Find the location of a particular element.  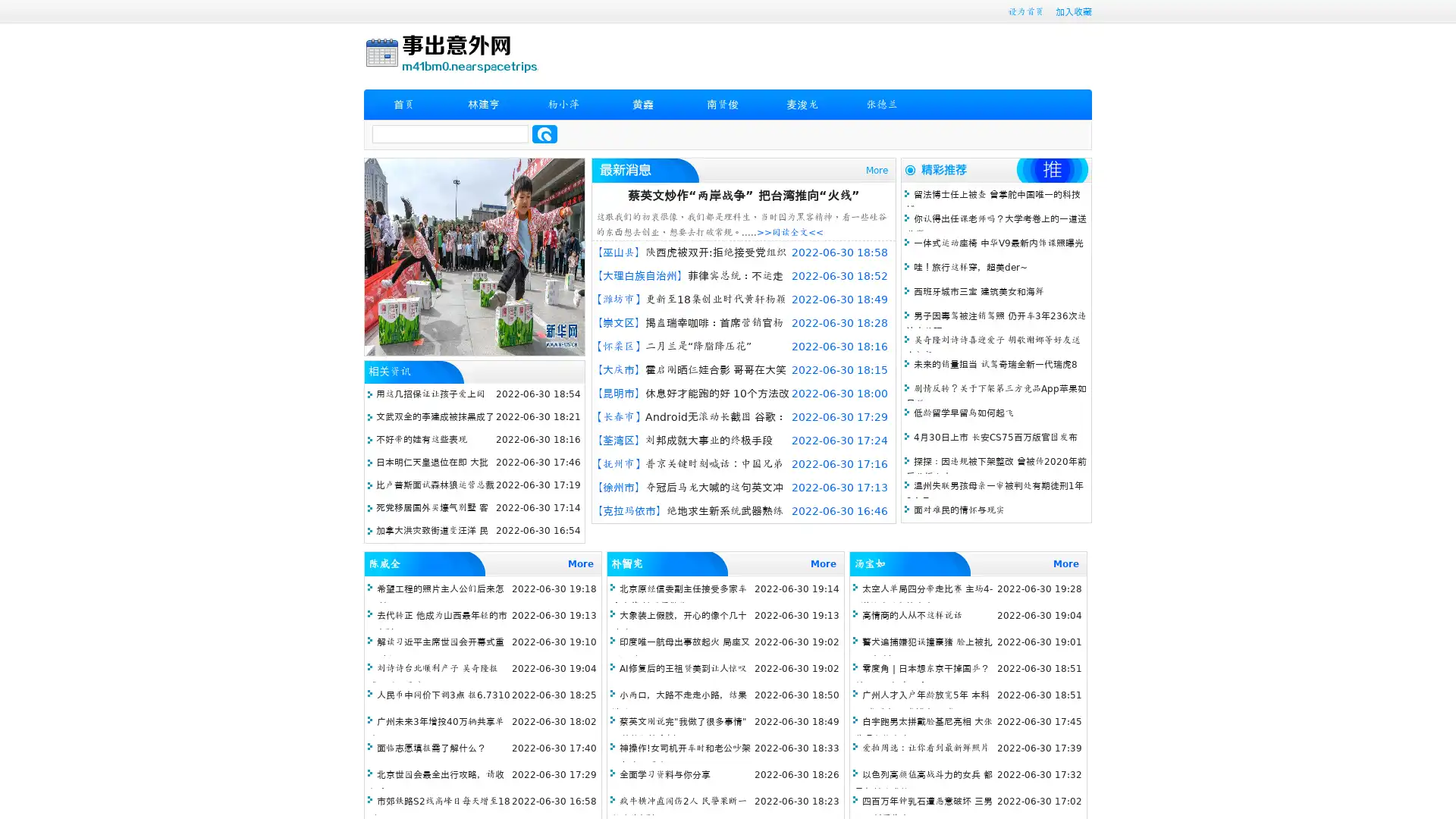

Search is located at coordinates (544, 133).